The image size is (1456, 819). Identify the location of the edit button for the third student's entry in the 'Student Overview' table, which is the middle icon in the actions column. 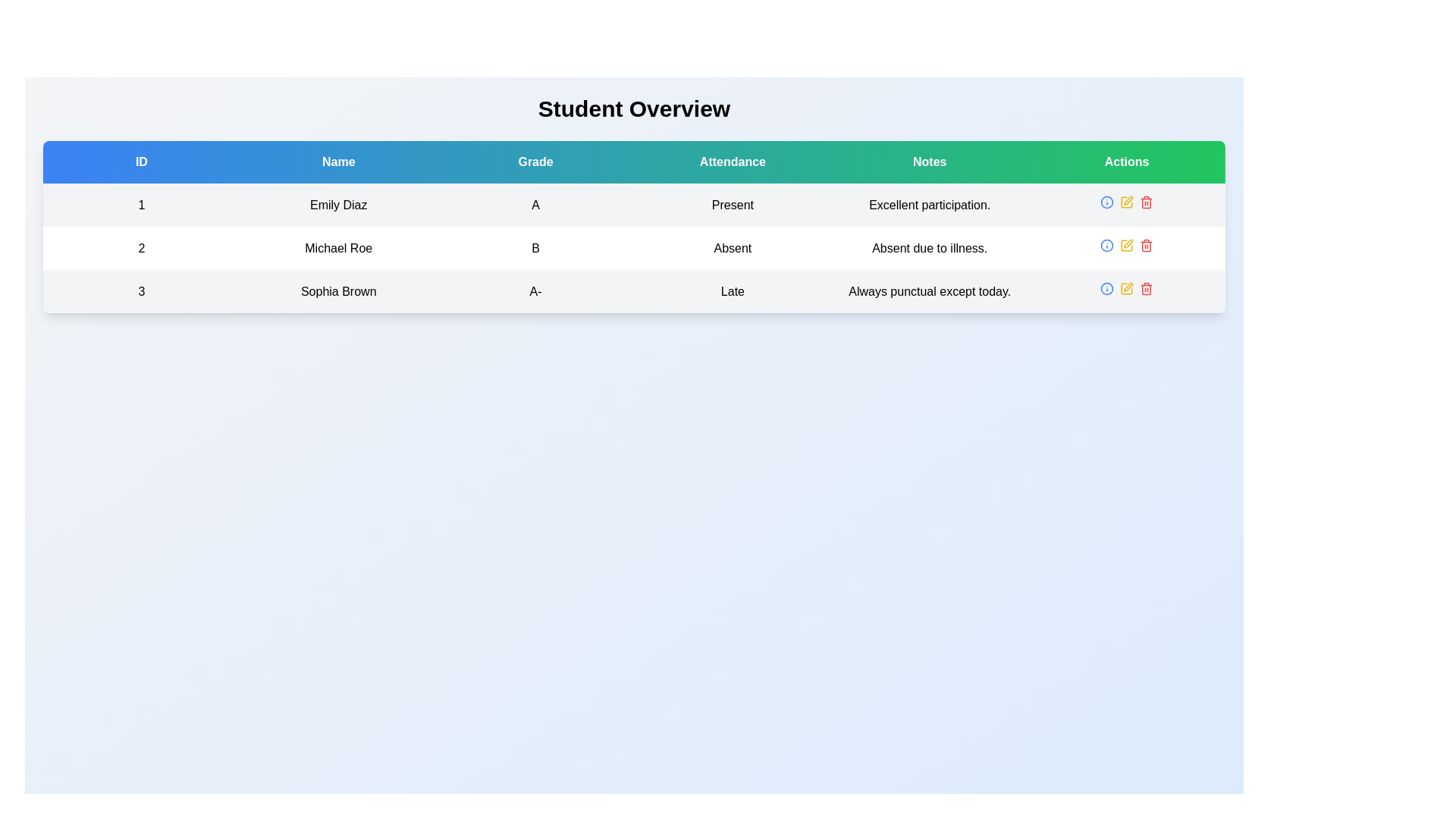
(1127, 289).